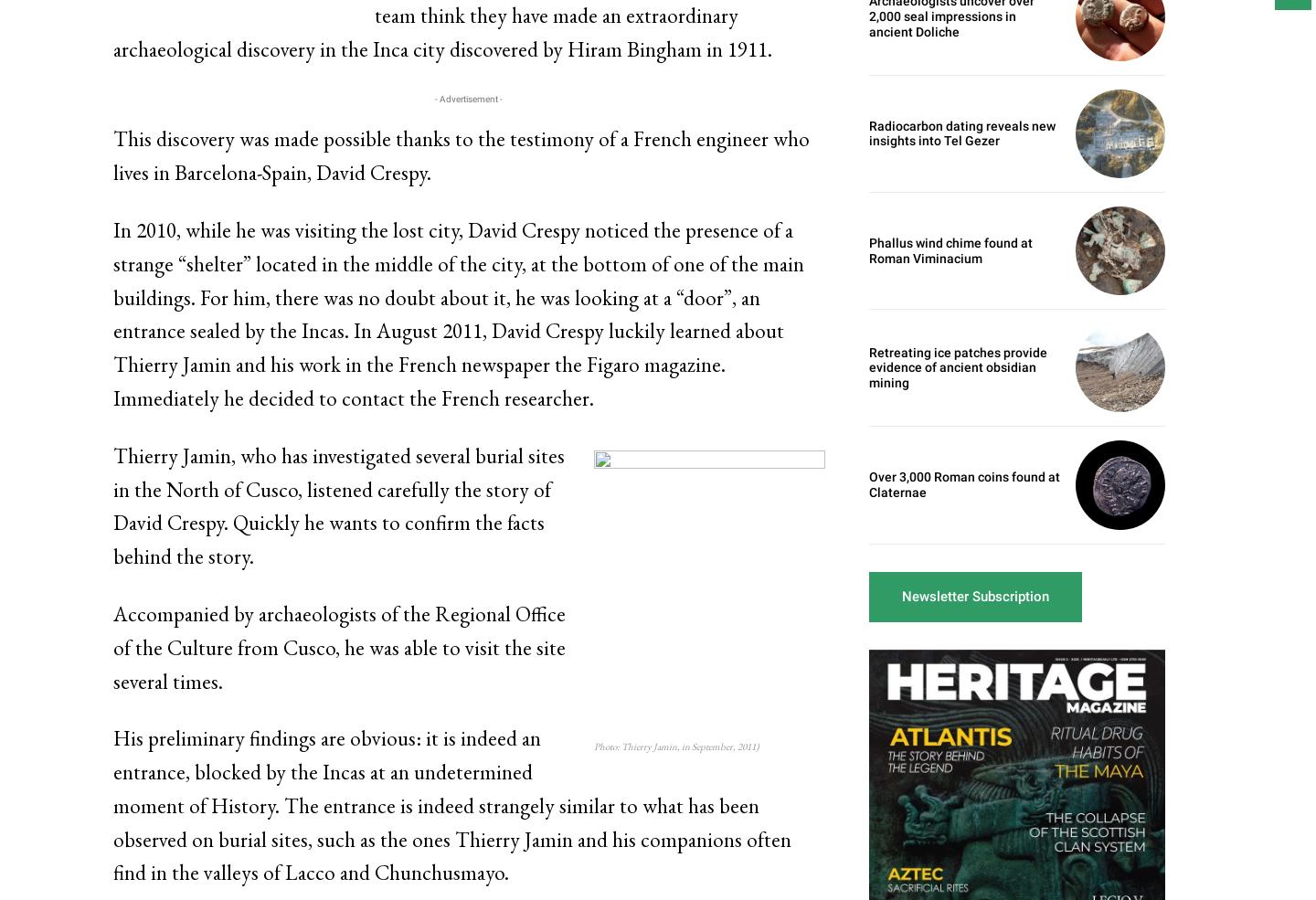 The height and width of the screenshot is (900, 1316). Describe the element at coordinates (451, 804) in the screenshot. I see `'His preliminary findings are obvious: it is indeed an entrance, blocked by the Incas at an undetermined moment of History. The entrance is indeed strangely similar to what has been observed on burial sites, such as the ones Thierry Jamin and his companions often find in the valleys of Lacco and Chunchusmayo.'` at that location.